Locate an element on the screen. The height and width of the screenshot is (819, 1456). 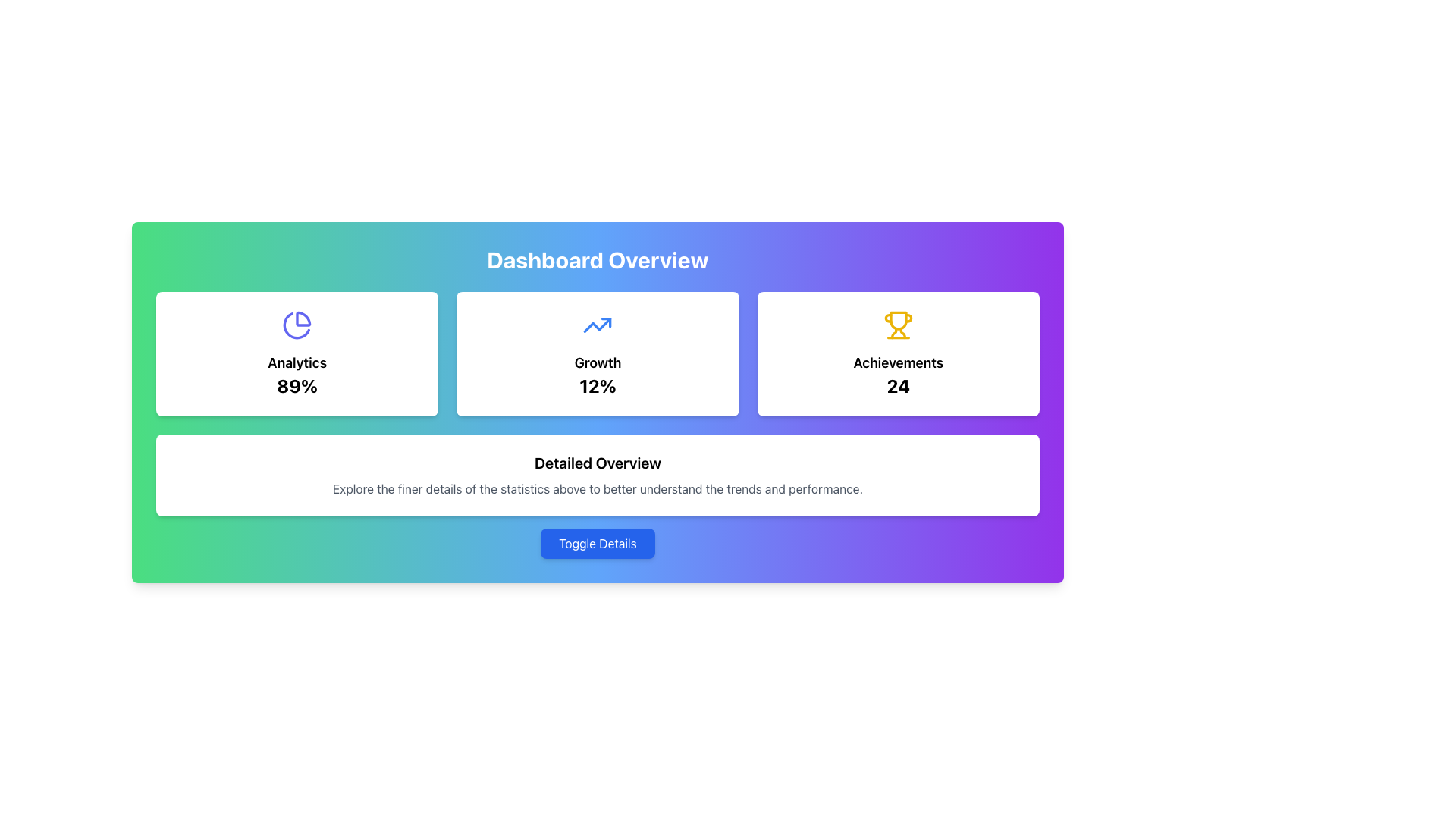
the achievements card is located at coordinates (898, 353).